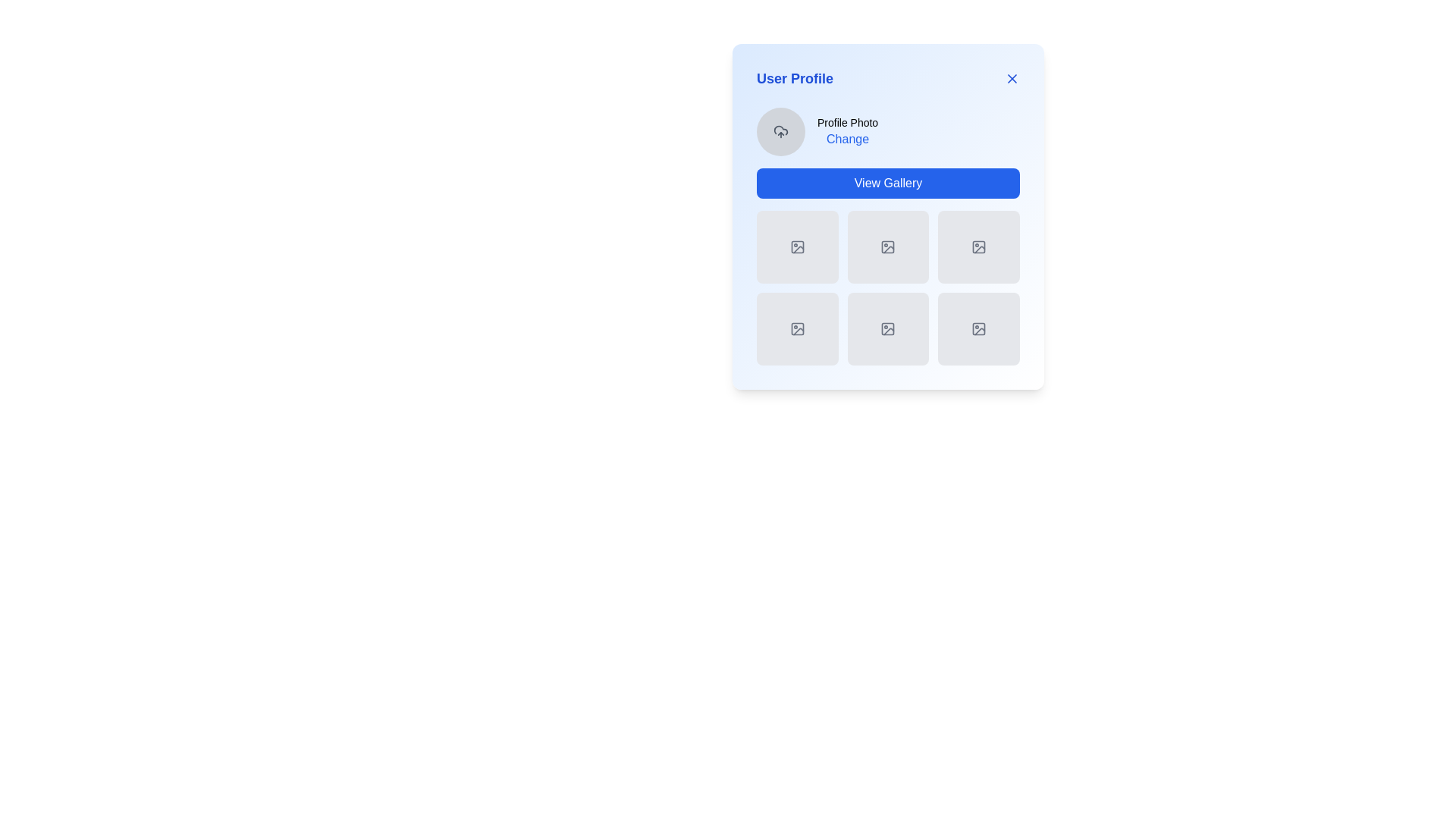 This screenshot has width=1456, height=819. What do you see at coordinates (888, 183) in the screenshot?
I see `the button located below the text 'Profile Photo' and 'Change' to observe the hover effect` at bounding box center [888, 183].